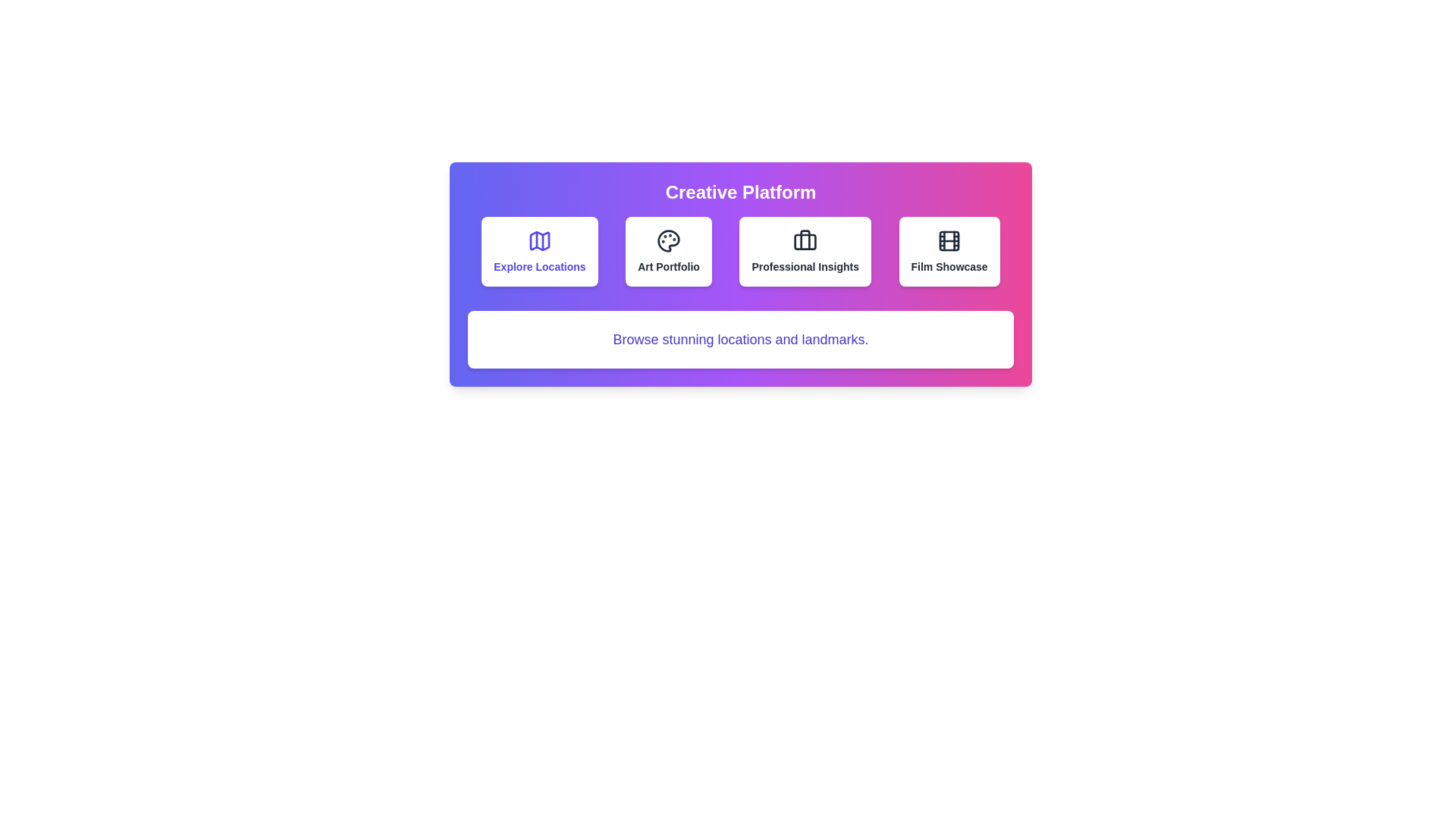 Image resolution: width=1456 pixels, height=819 pixels. I want to click on the category button labeled 'Professional Insights' to observe the hover effect, so click(804, 250).